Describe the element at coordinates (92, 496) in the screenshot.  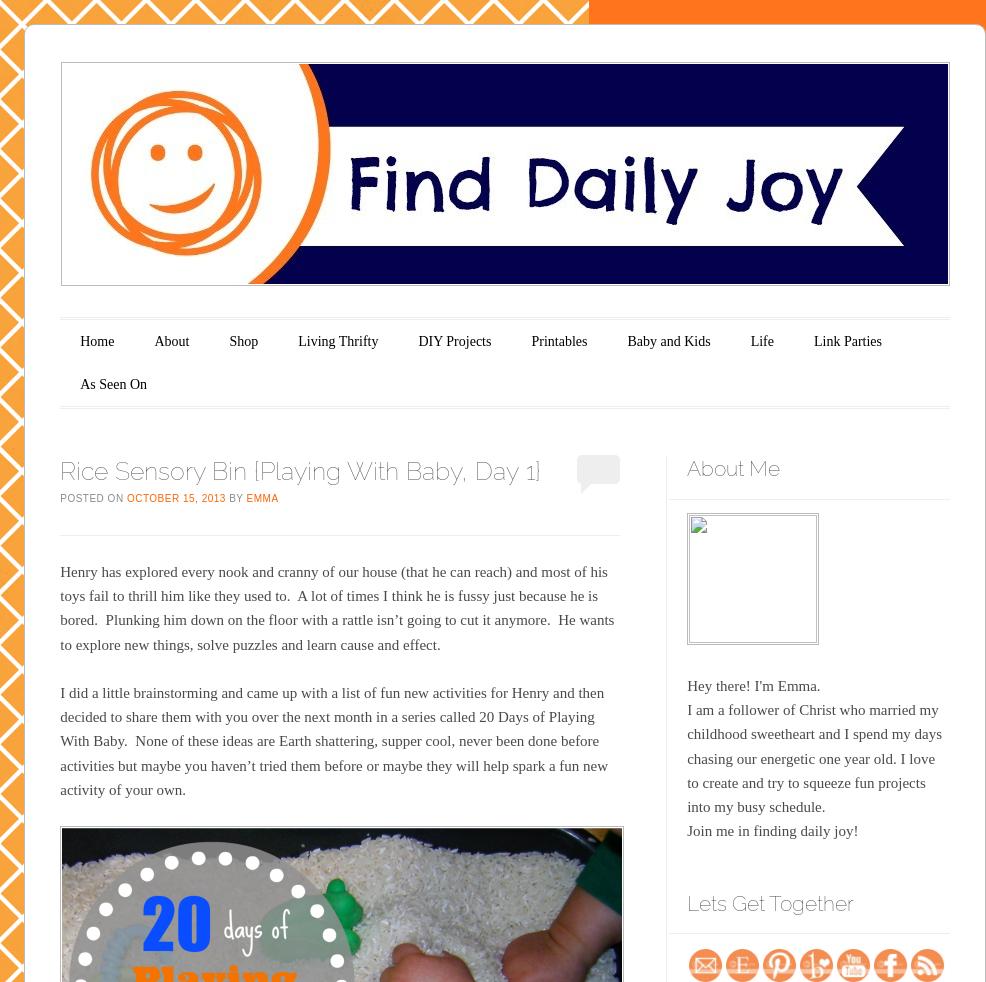
I see `'Posted on'` at that location.